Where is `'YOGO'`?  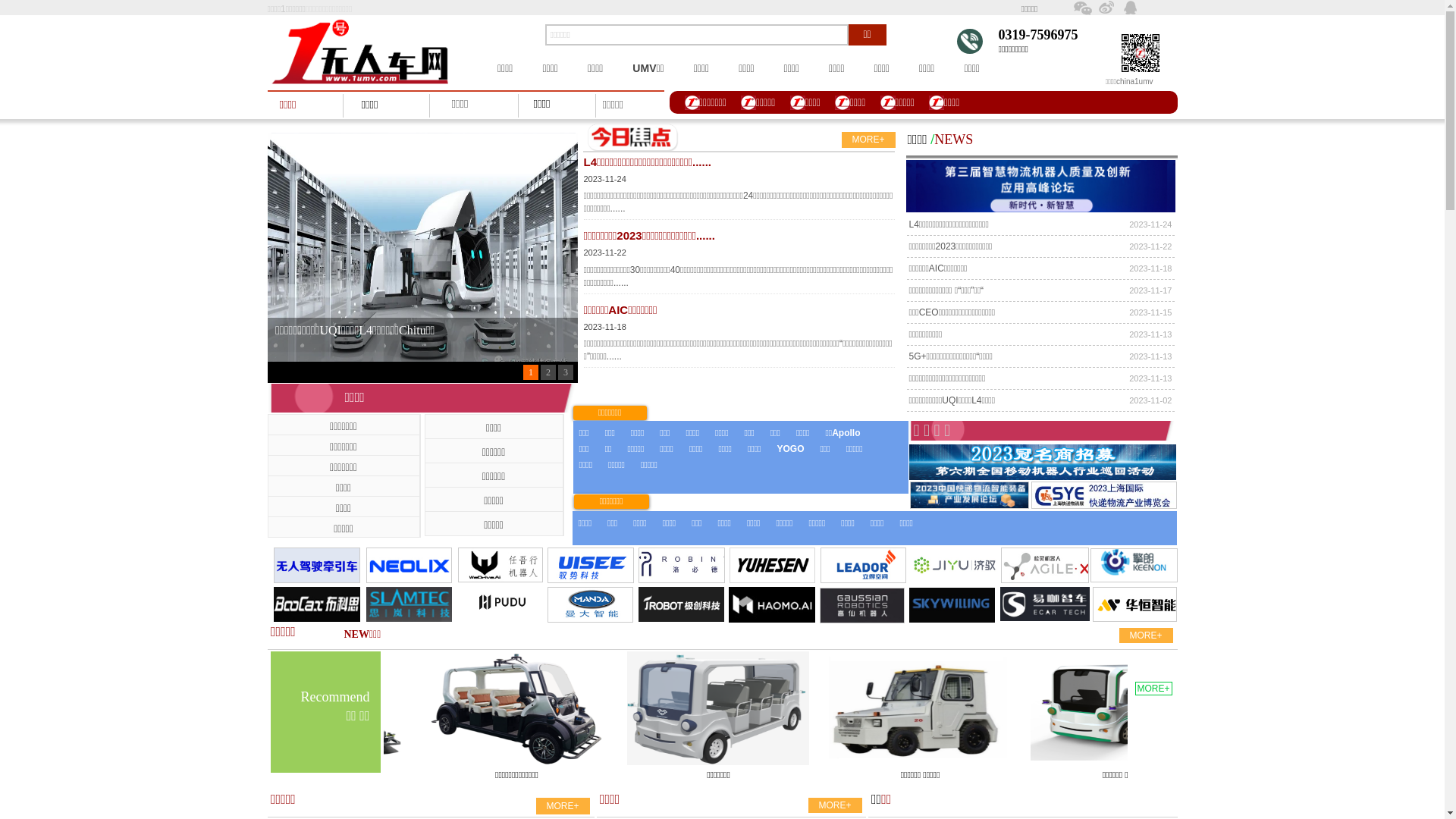 'YOGO' is located at coordinates (776, 448).